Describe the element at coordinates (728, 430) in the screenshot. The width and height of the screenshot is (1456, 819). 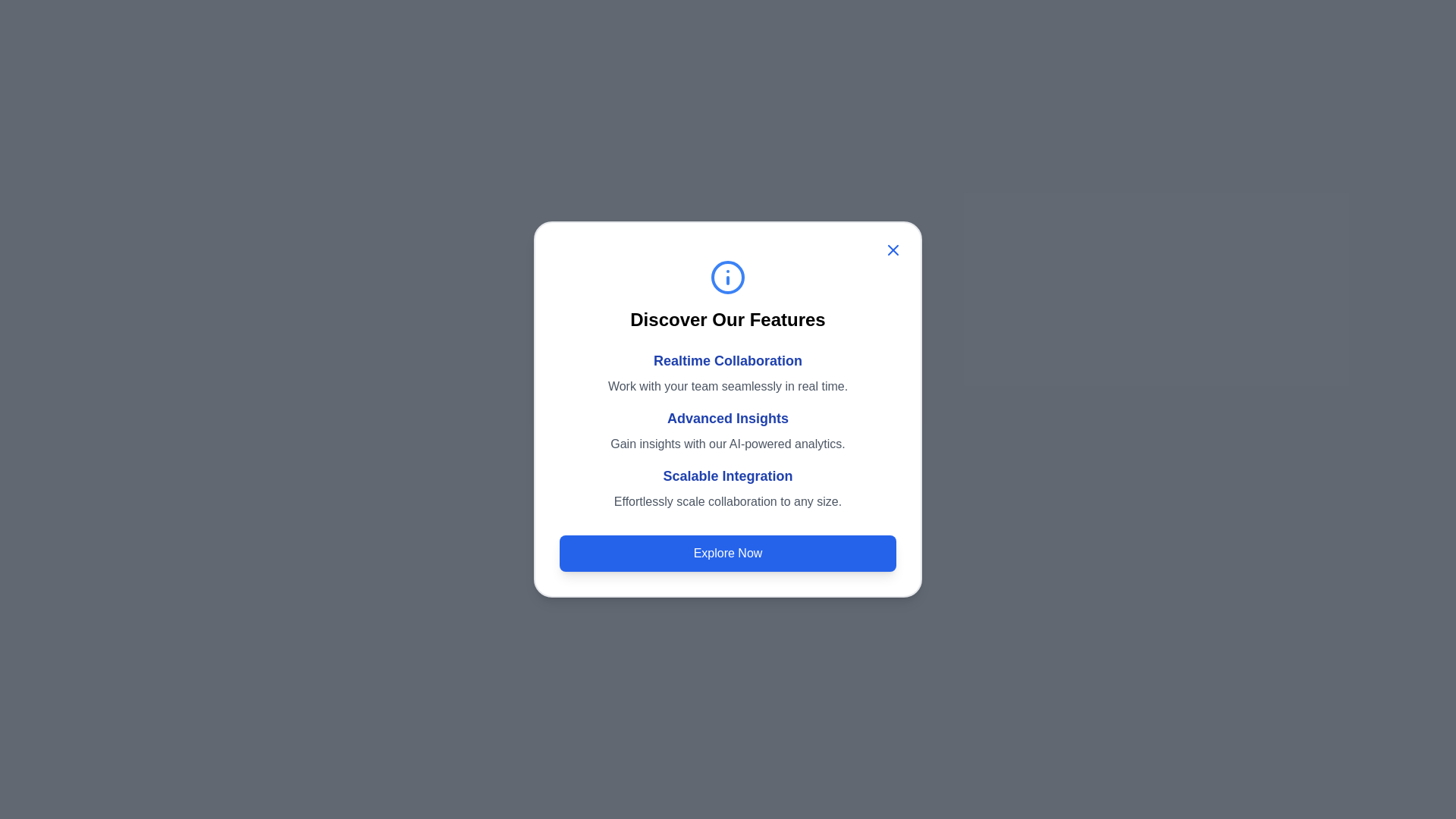
I see `the informational section titled 'Realtime Collaboration', 'Advanced Insights', and 'Scalable Integration' located in the central panel of the pop-up below the heading 'Discover Our Features'` at that location.